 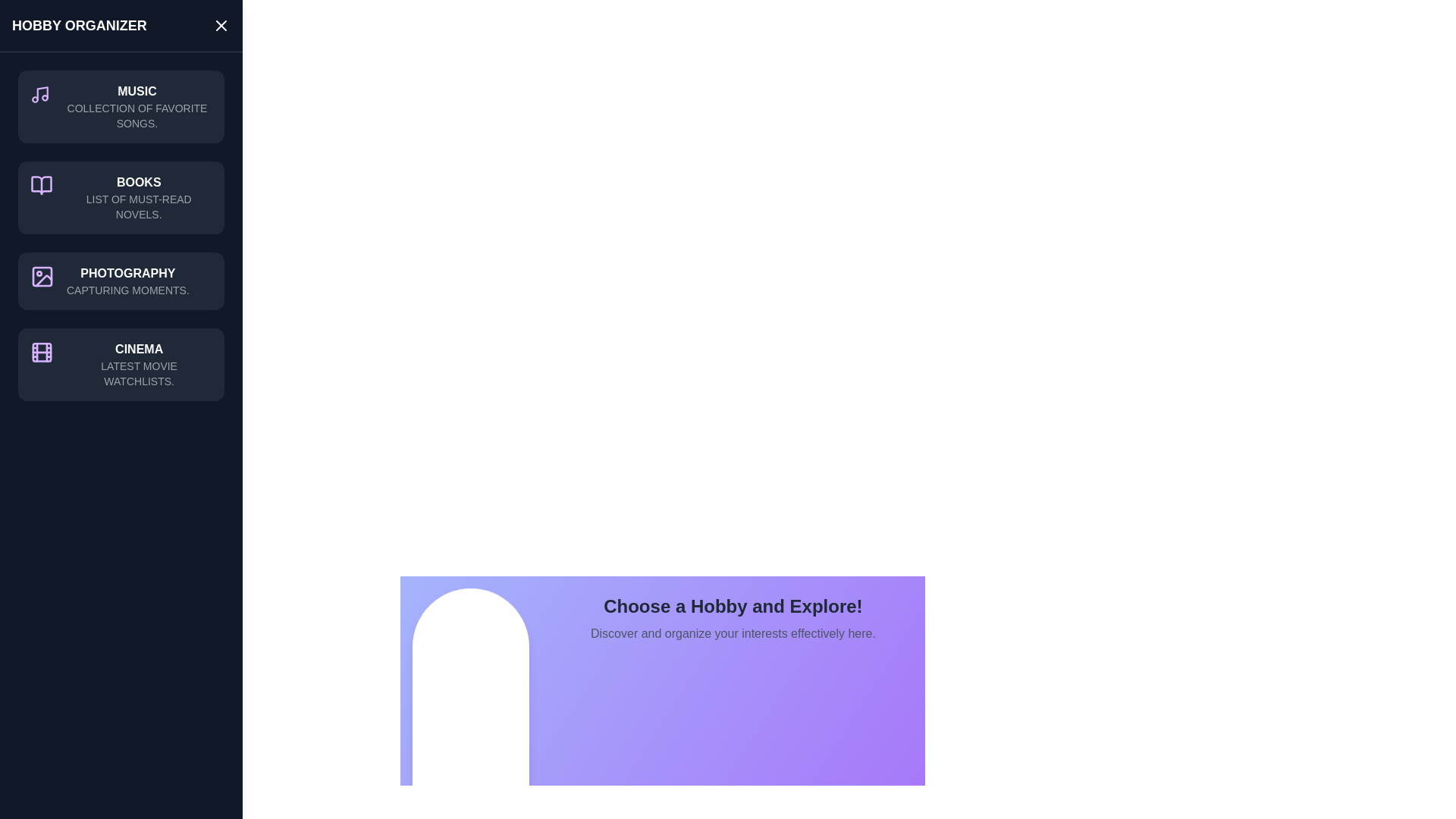 What do you see at coordinates (120, 281) in the screenshot?
I see `the Photography hobby category in the list` at bounding box center [120, 281].